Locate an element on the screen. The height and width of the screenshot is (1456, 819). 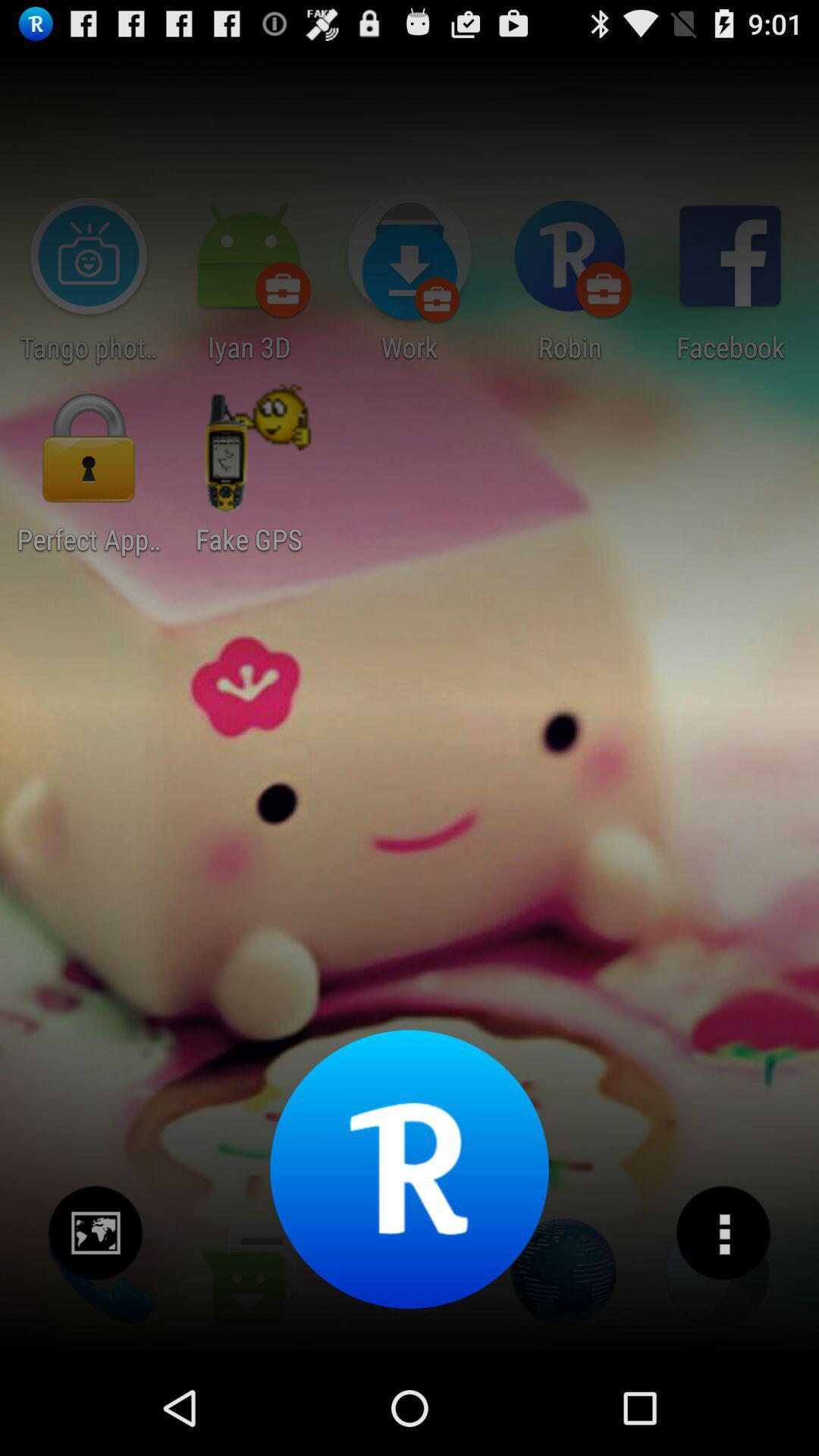
option is located at coordinates (722, 1233).